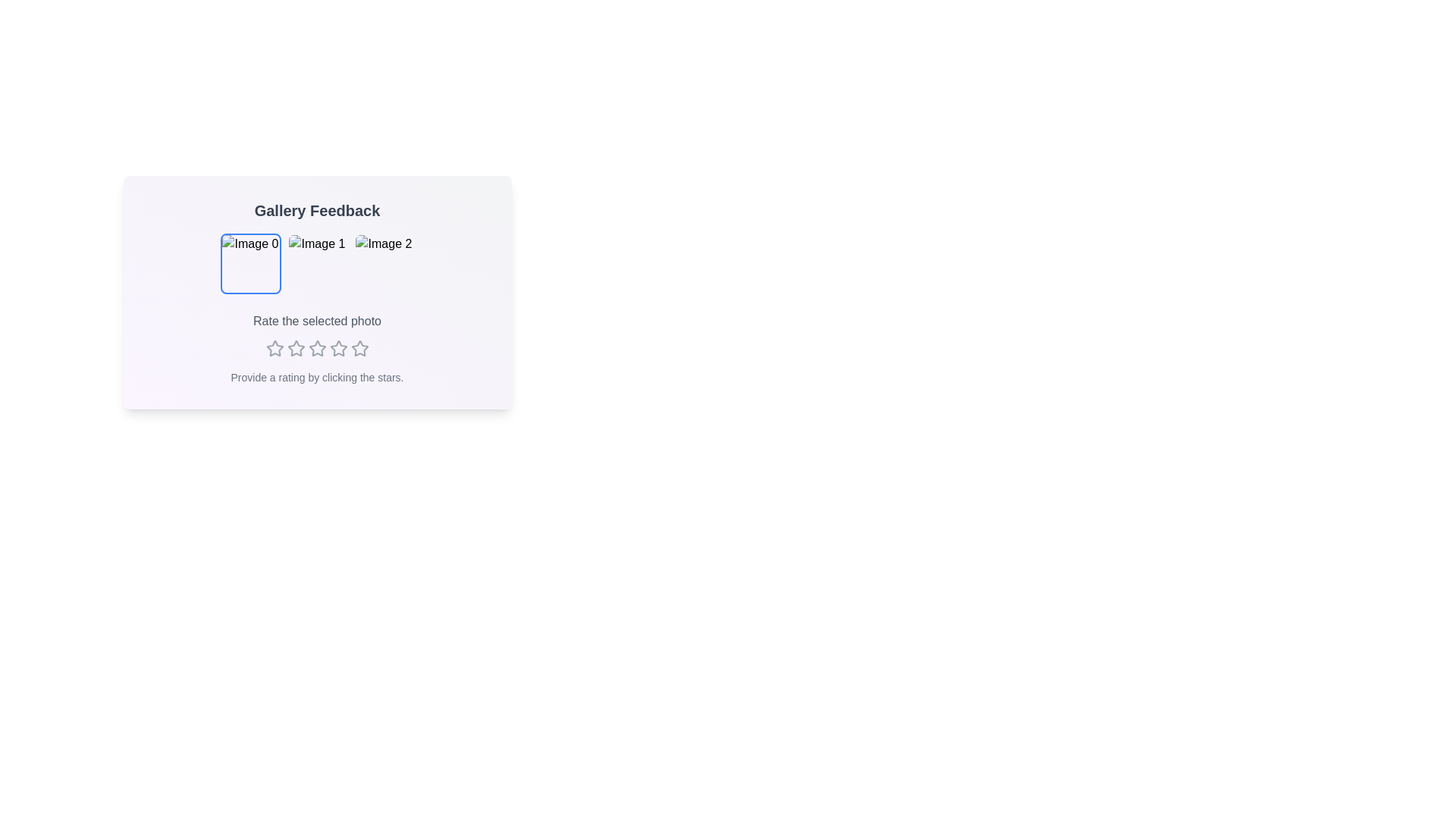 Image resolution: width=1456 pixels, height=819 pixels. What do you see at coordinates (384, 262) in the screenshot?
I see `the third selectable image option in a sequence of three images for preview purposes` at bounding box center [384, 262].